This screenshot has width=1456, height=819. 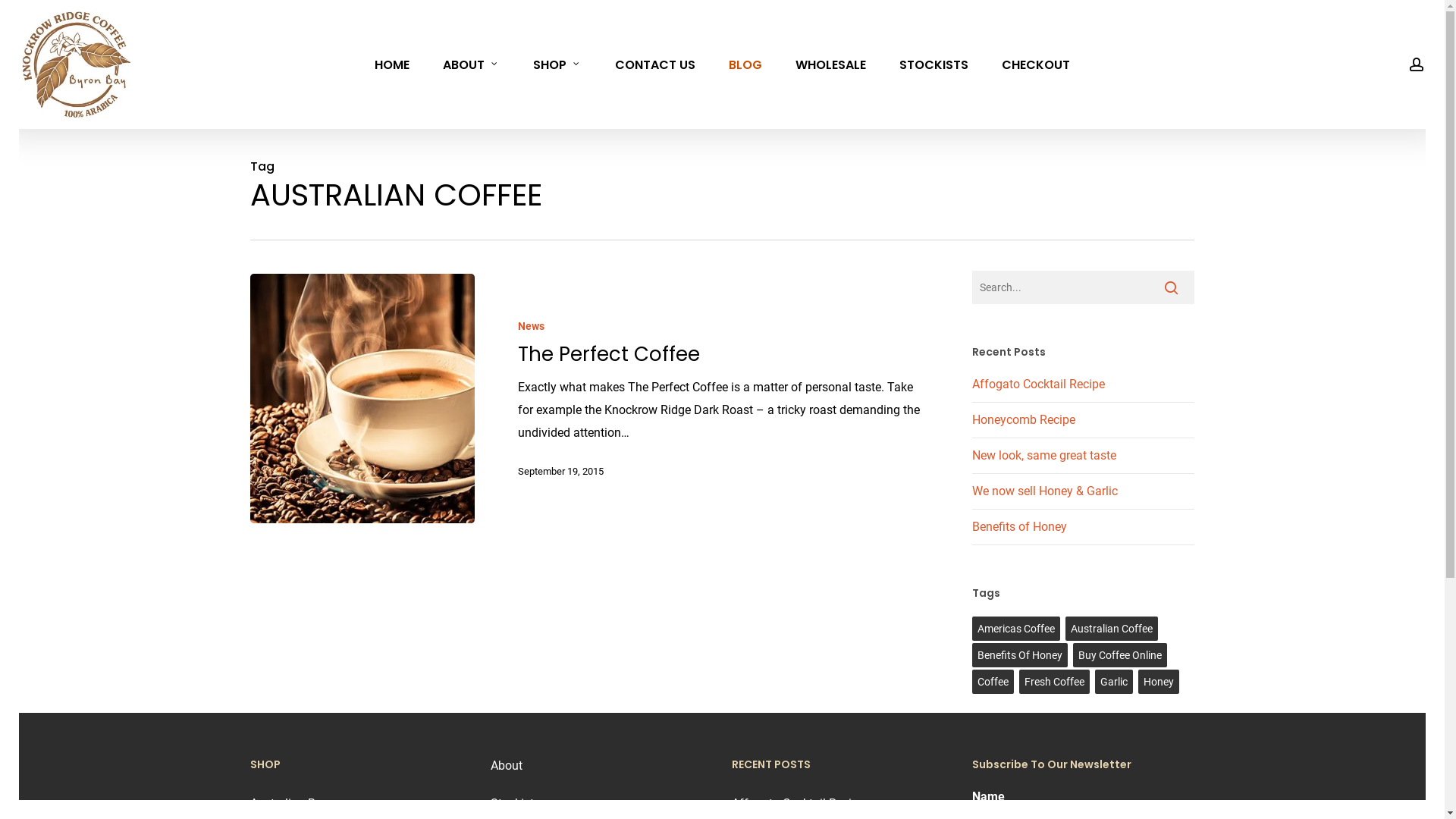 What do you see at coordinates (1111, 629) in the screenshot?
I see `'Australian Coffee'` at bounding box center [1111, 629].